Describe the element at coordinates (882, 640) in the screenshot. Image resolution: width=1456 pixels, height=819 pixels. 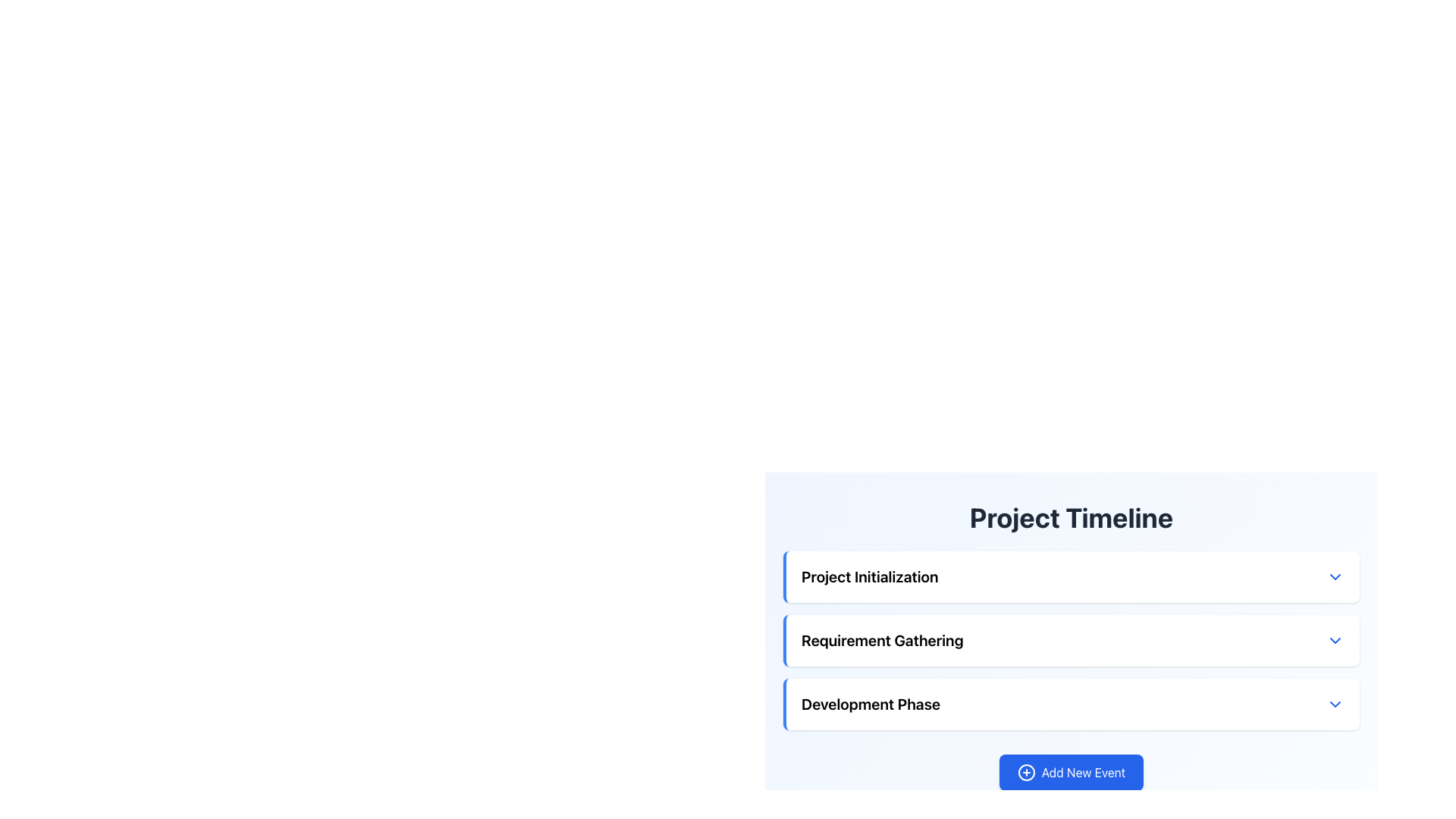
I see `the 'Requirement Gathering' text label in the 'Project Timeline' interface, which provides information about the current phase and is located between the 'Project Initialization' and 'Development Phase' headings` at that location.